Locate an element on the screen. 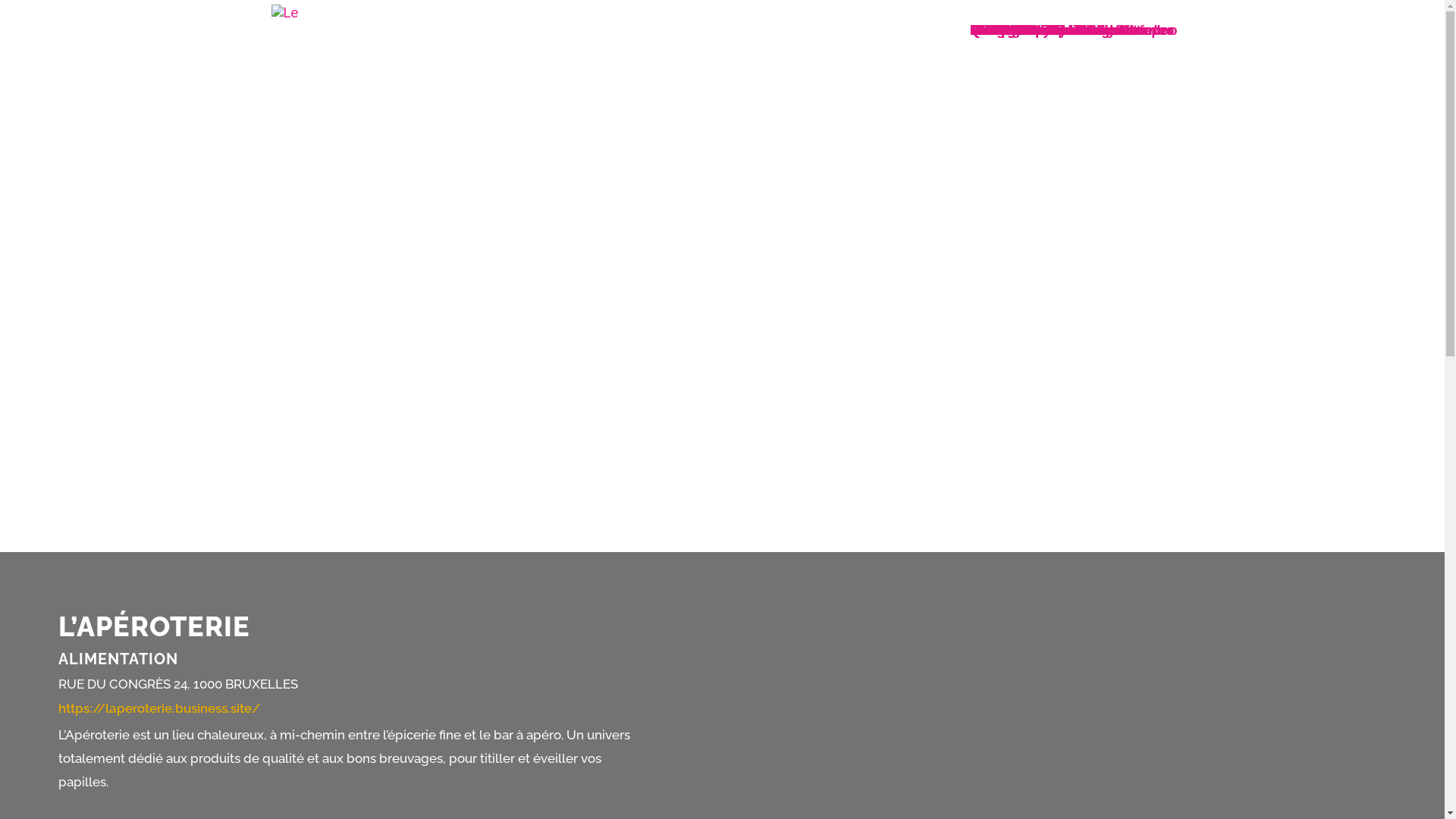  'BXL-Boncadeau' is located at coordinates (1022, 30).